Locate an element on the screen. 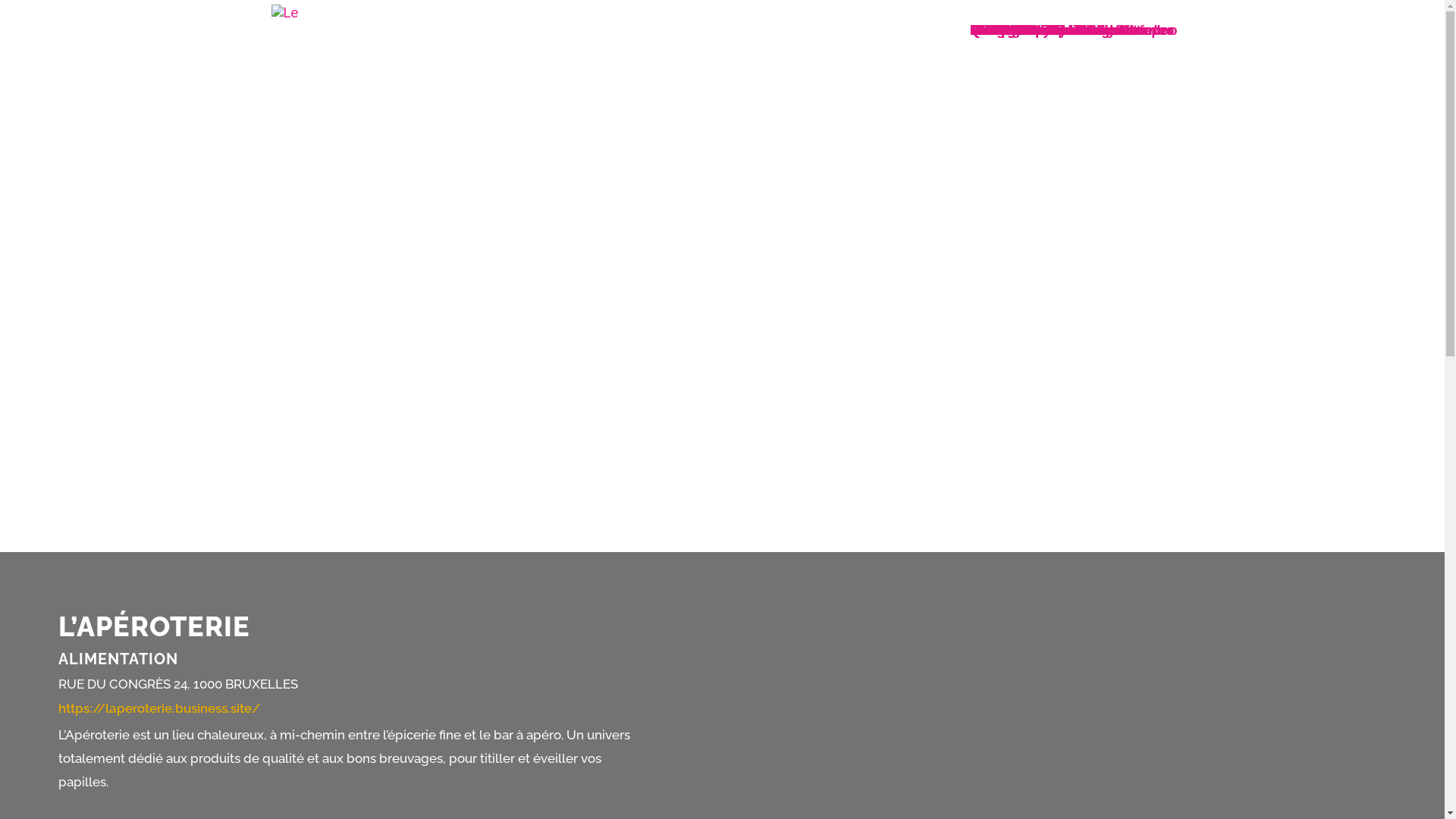  'BXL-Boncadeau' is located at coordinates (1022, 30).